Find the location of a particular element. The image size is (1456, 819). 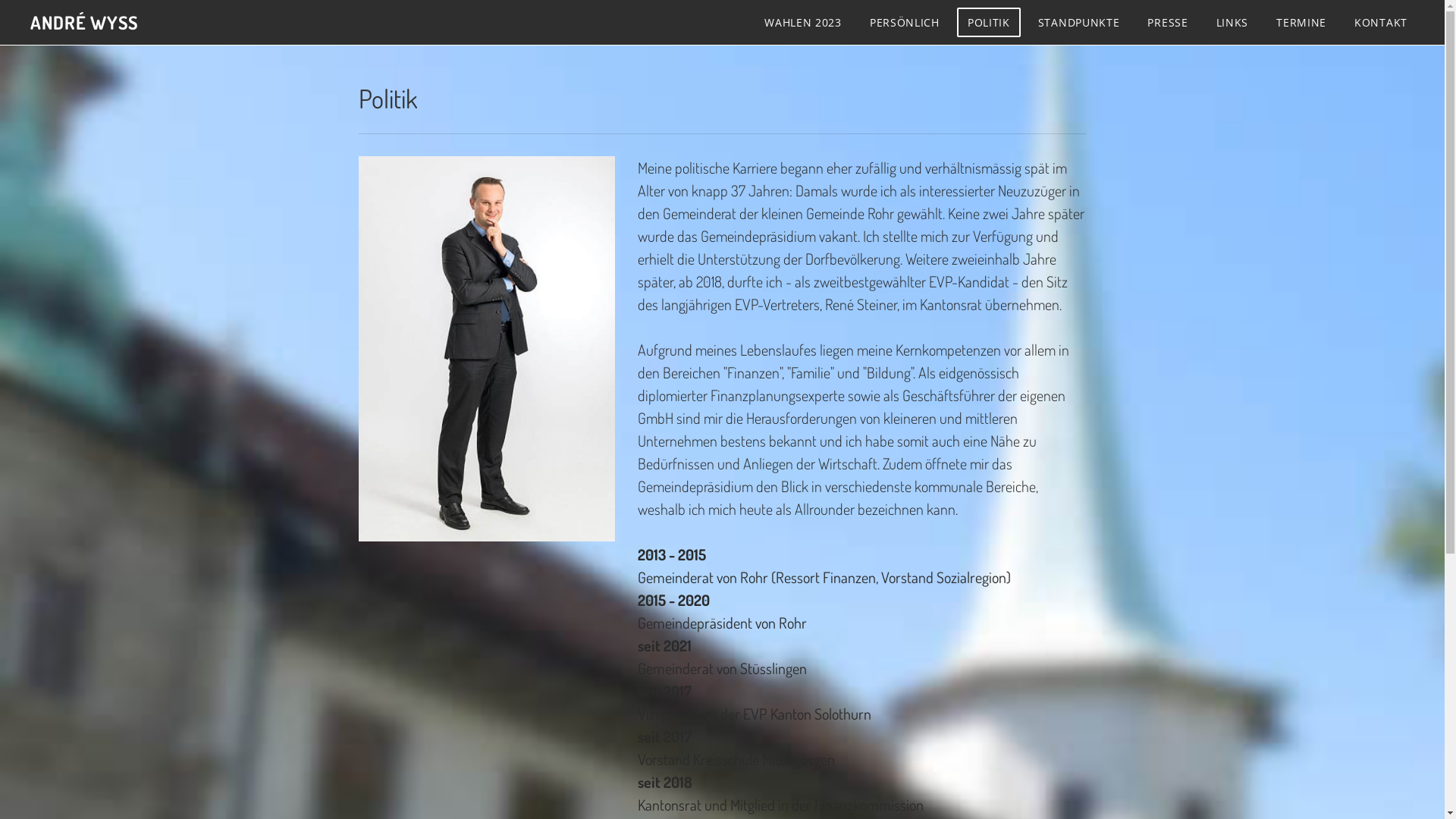

'POLITIK' is located at coordinates (989, 22).